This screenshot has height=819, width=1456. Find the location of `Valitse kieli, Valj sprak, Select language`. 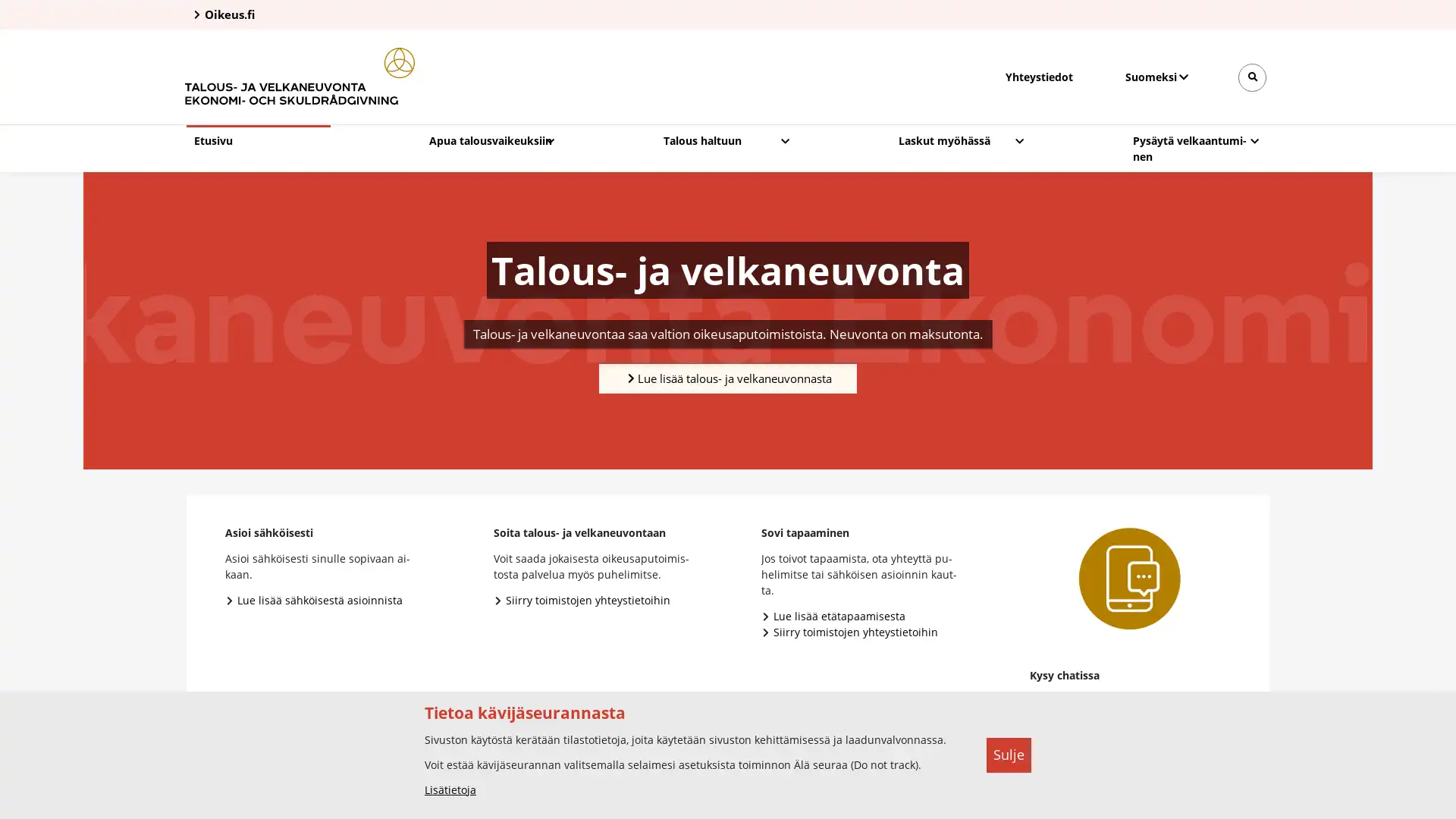

Valitse kieli, Valj sprak, Select language is located at coordinates (1149, 77).